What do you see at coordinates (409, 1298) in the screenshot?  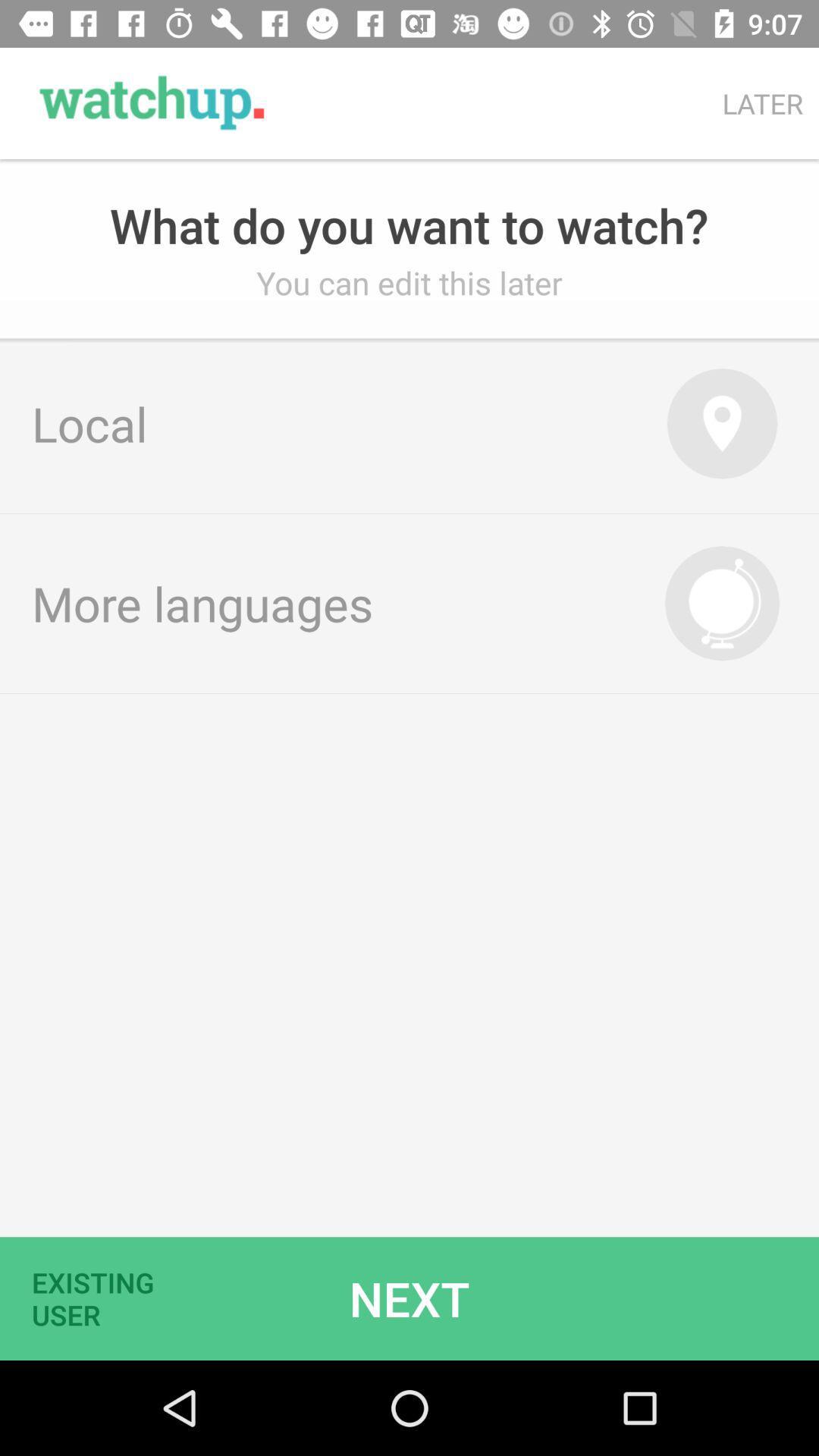 I see `the icon to the right of existing` at bounding box center [409, 1298].